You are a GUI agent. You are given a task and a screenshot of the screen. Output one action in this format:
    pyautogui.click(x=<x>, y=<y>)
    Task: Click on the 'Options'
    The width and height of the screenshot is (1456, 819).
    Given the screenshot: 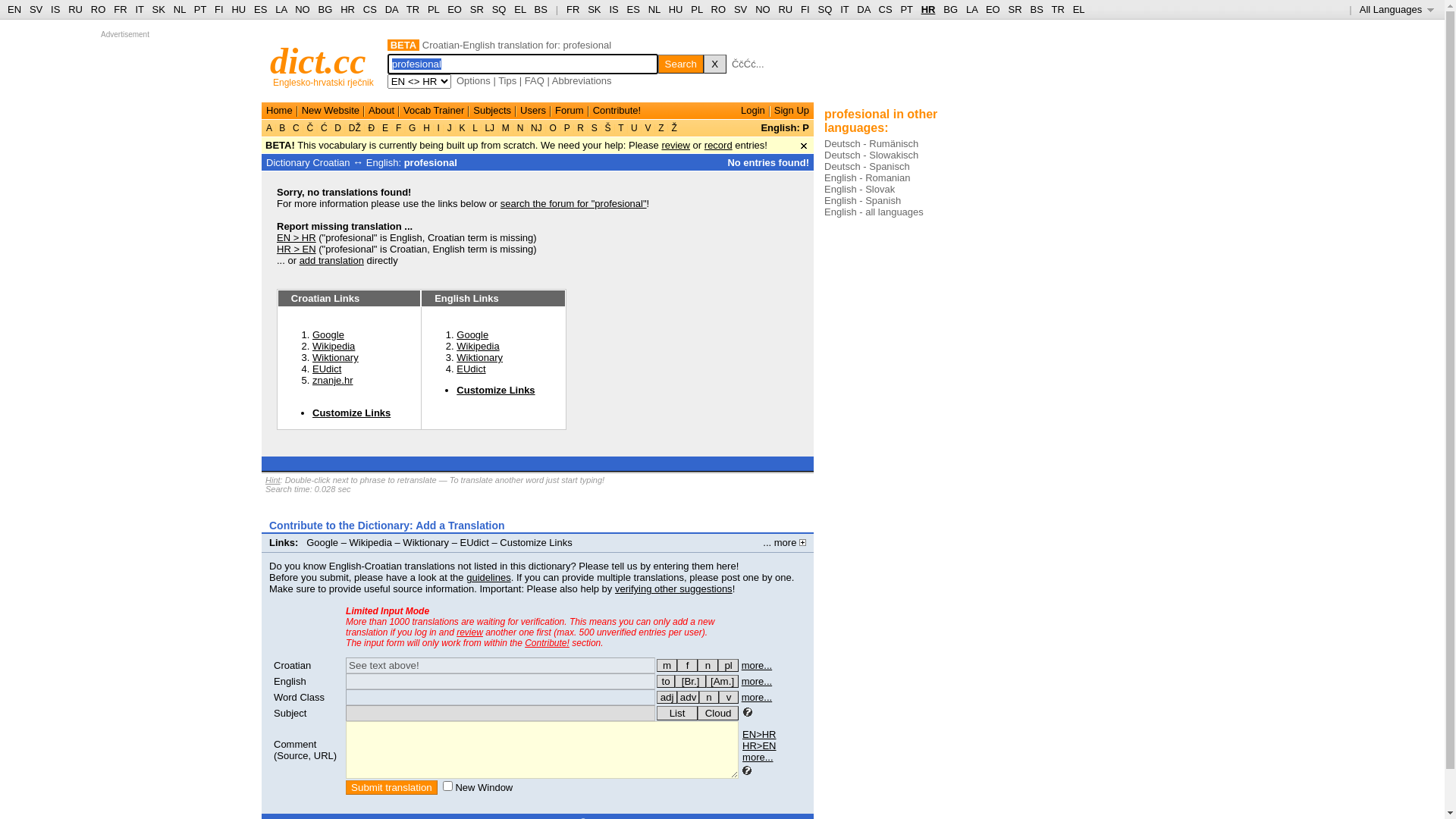 What is the action you would take?
    pyautogui.click(x=472, y=80)
    